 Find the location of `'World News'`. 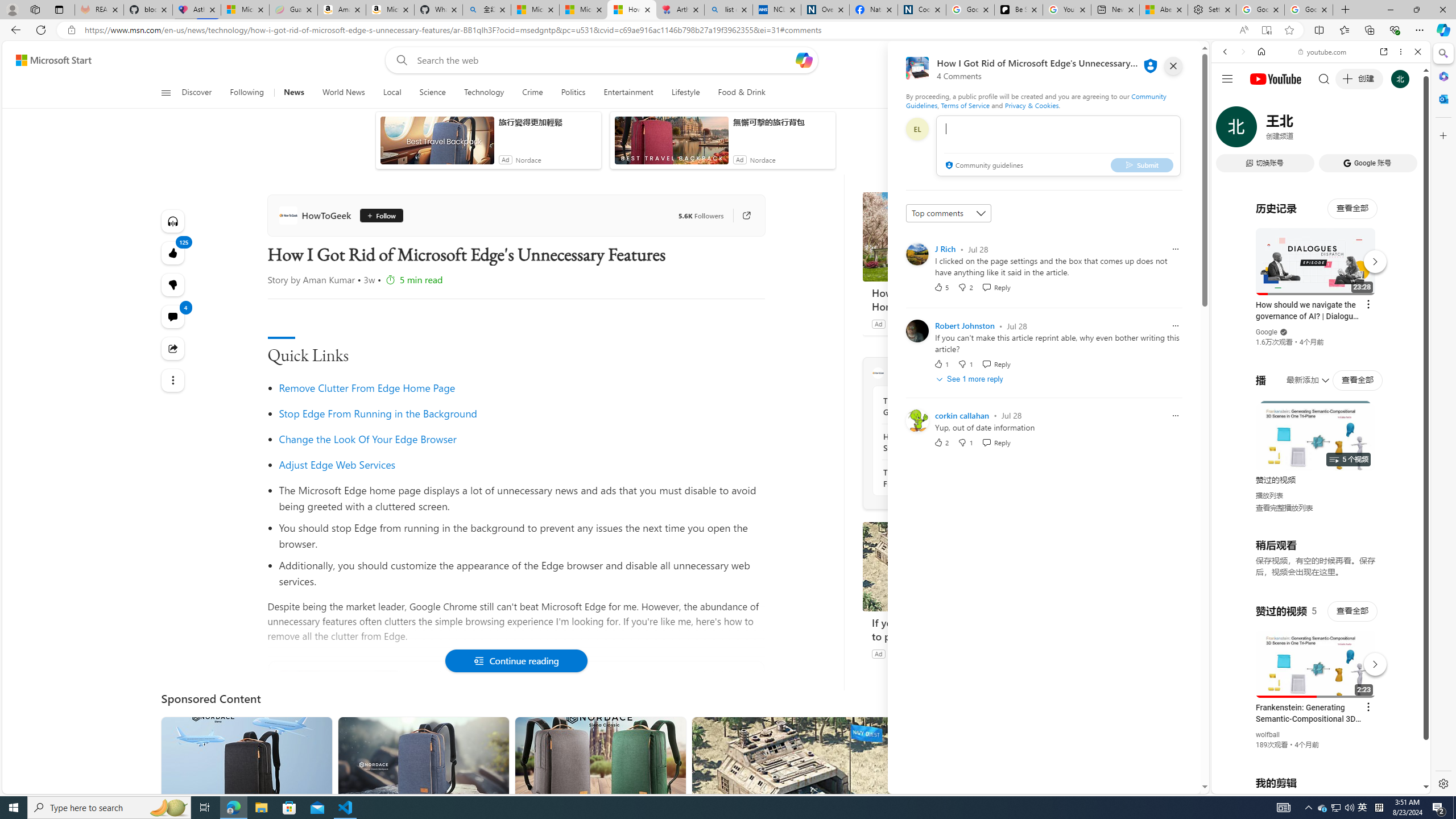

'World News' is located at coordinates (343, 92).